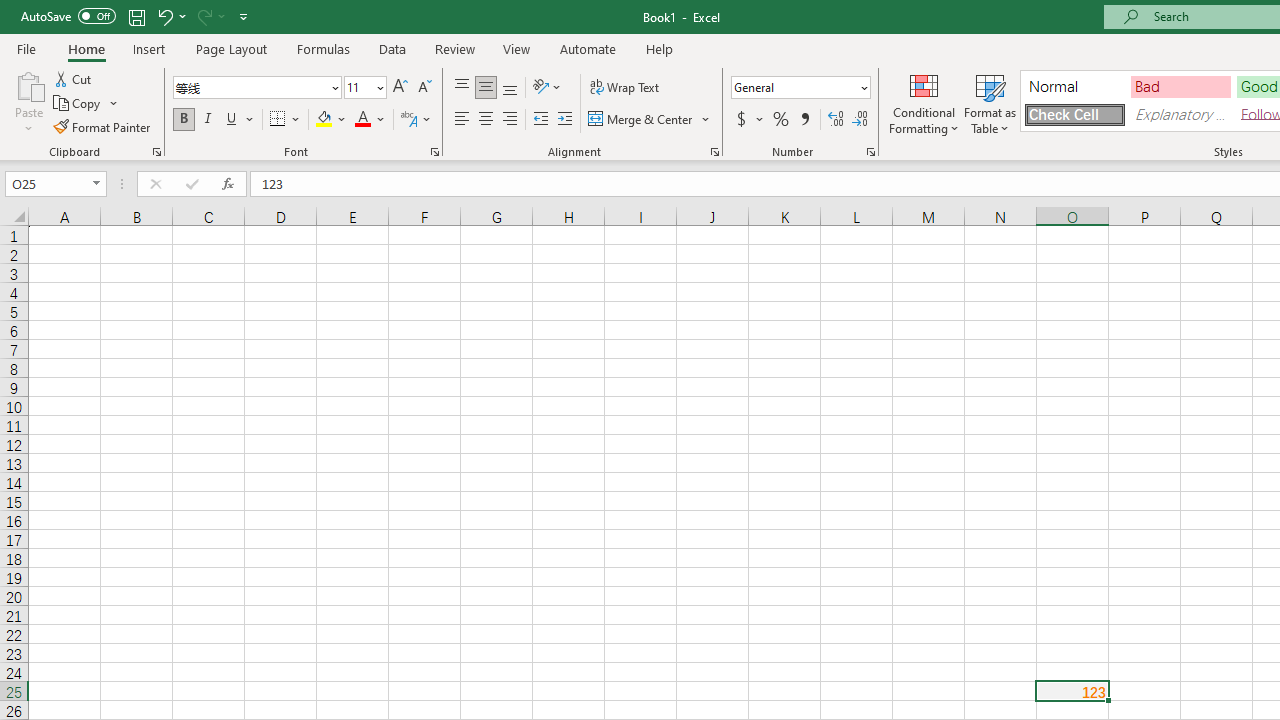 This screenshot has height=720, width=1280. I want to click on 'Format Cell Number', so click(871, 150).